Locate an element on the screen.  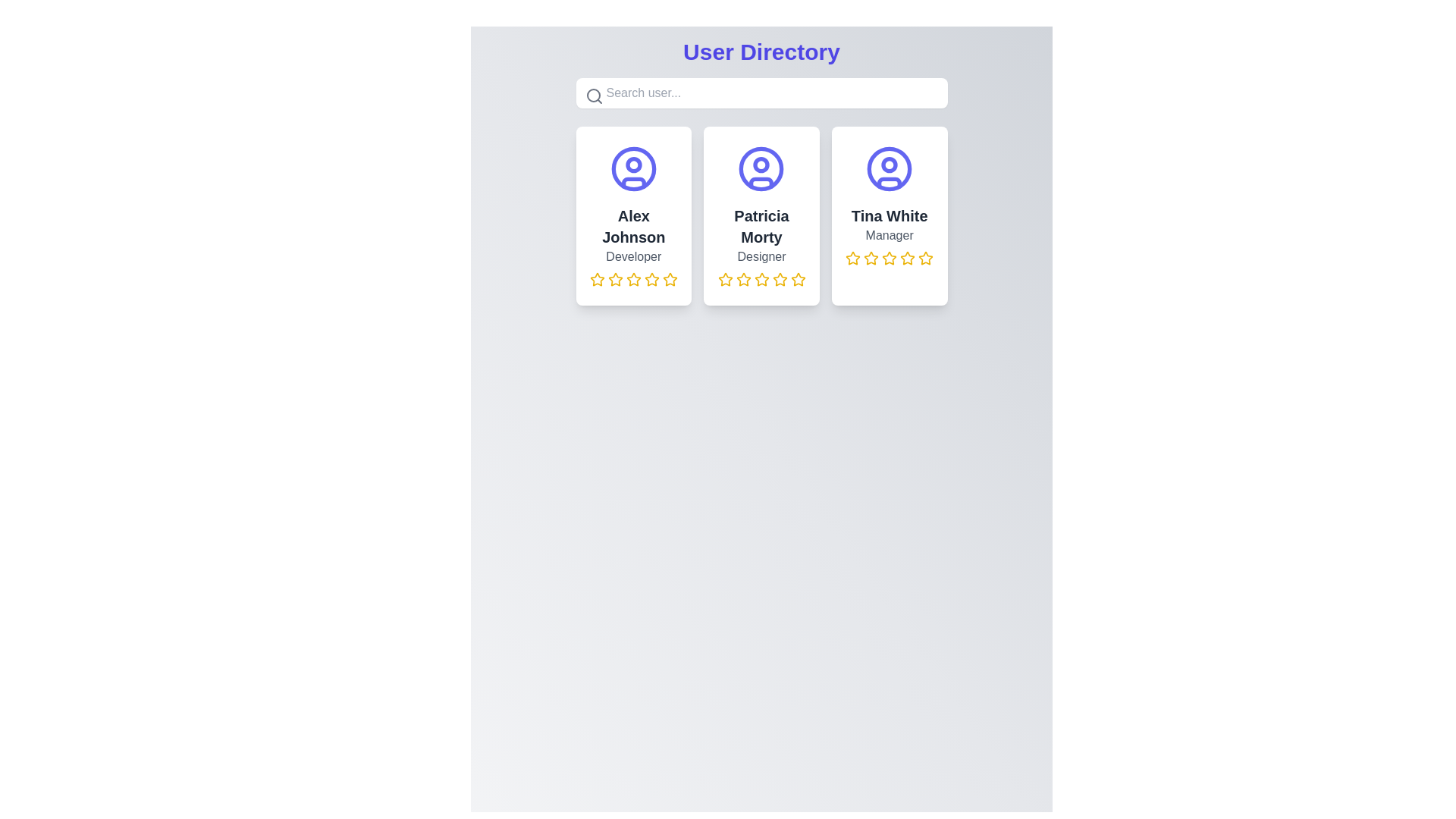
the third star in the rating system below the text 'Designer' on Patricia Morty's user card to interact with the rating system is located at coordinates (761, 280).